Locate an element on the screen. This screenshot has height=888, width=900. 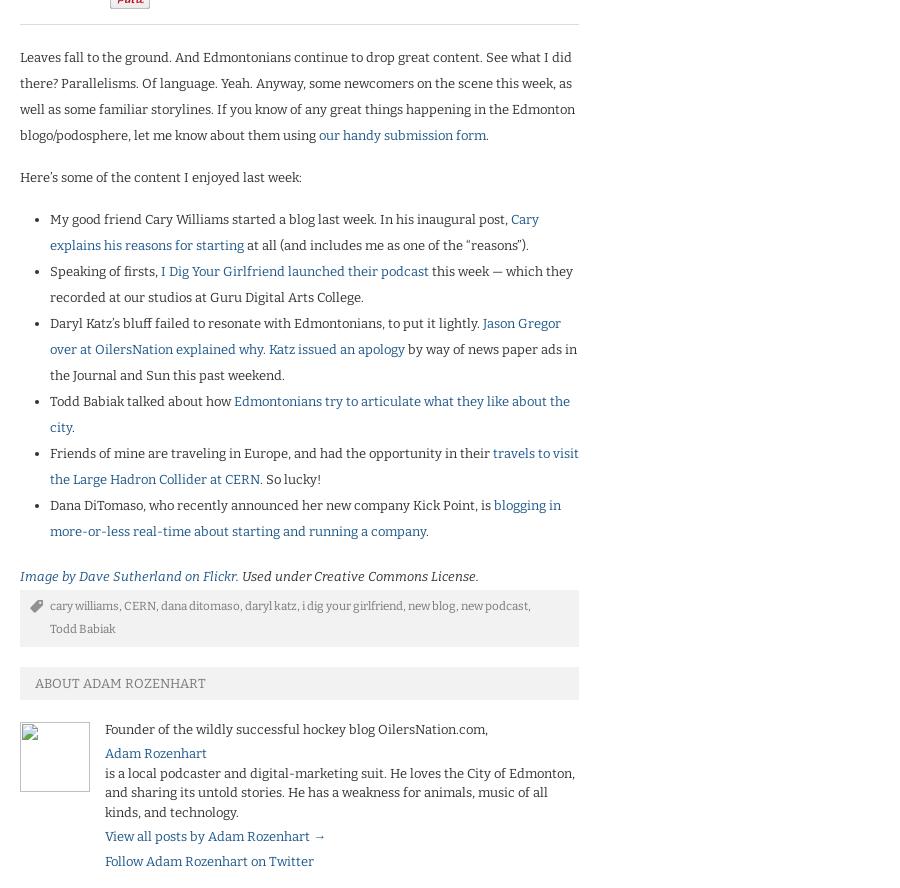
'My good friend Cary Williams started a blog last week. In his inaugural post,' is located at coordinates (49, 217).